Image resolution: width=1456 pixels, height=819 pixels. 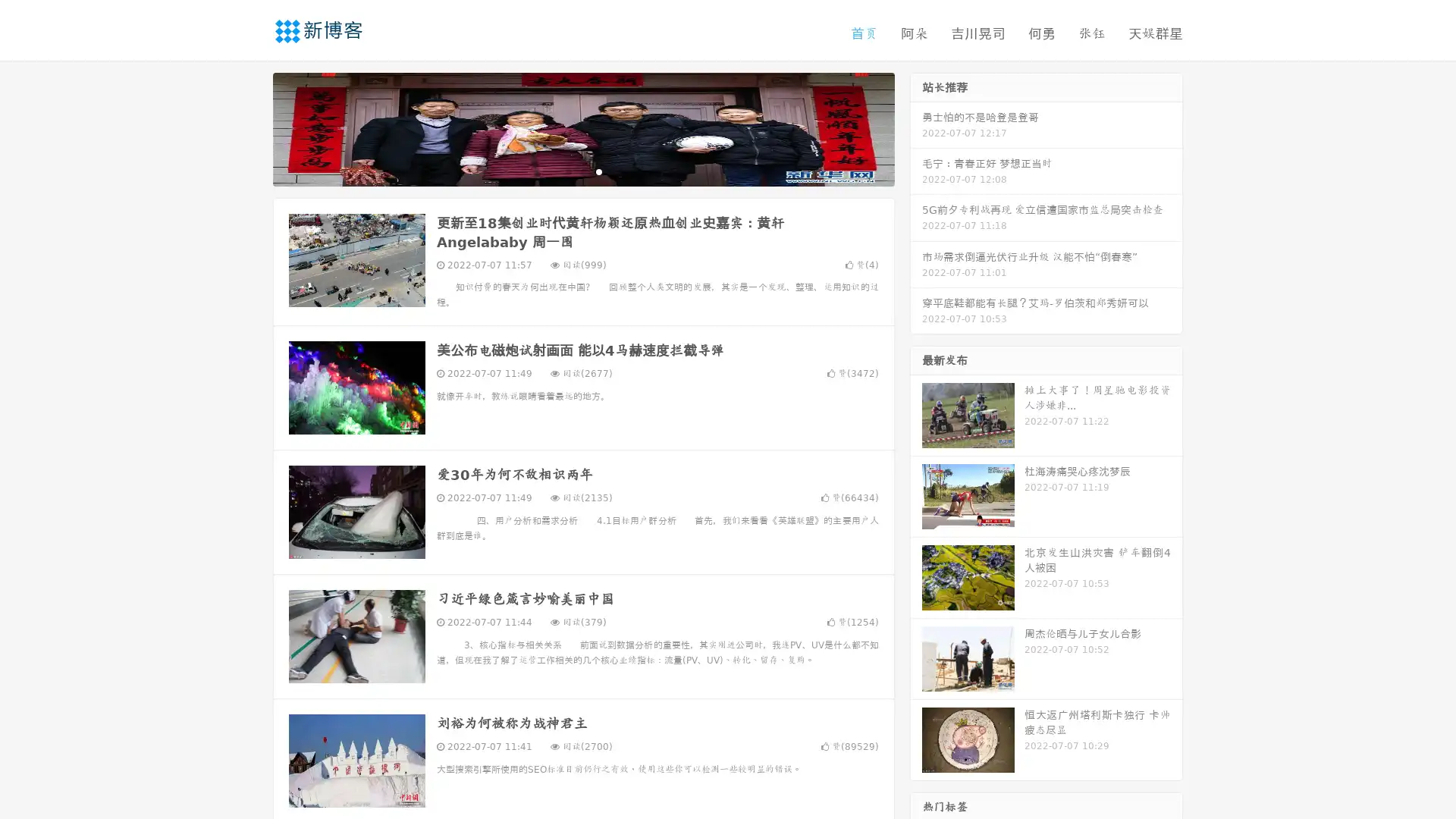 I want to click on Next slide, so click(x=916, y=127).